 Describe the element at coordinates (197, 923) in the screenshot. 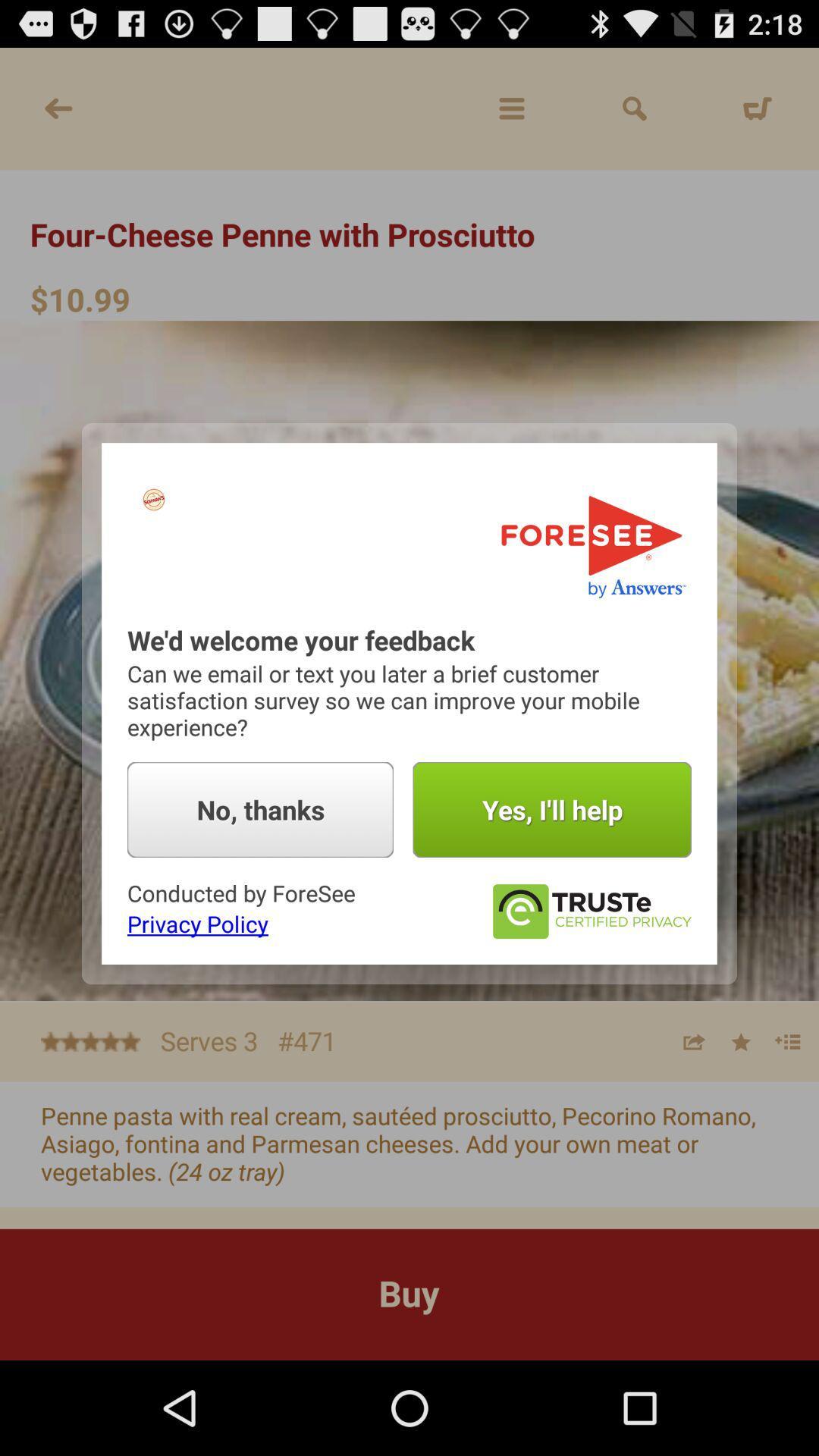

I see `the icon below the conducted by foresee item` at that location.